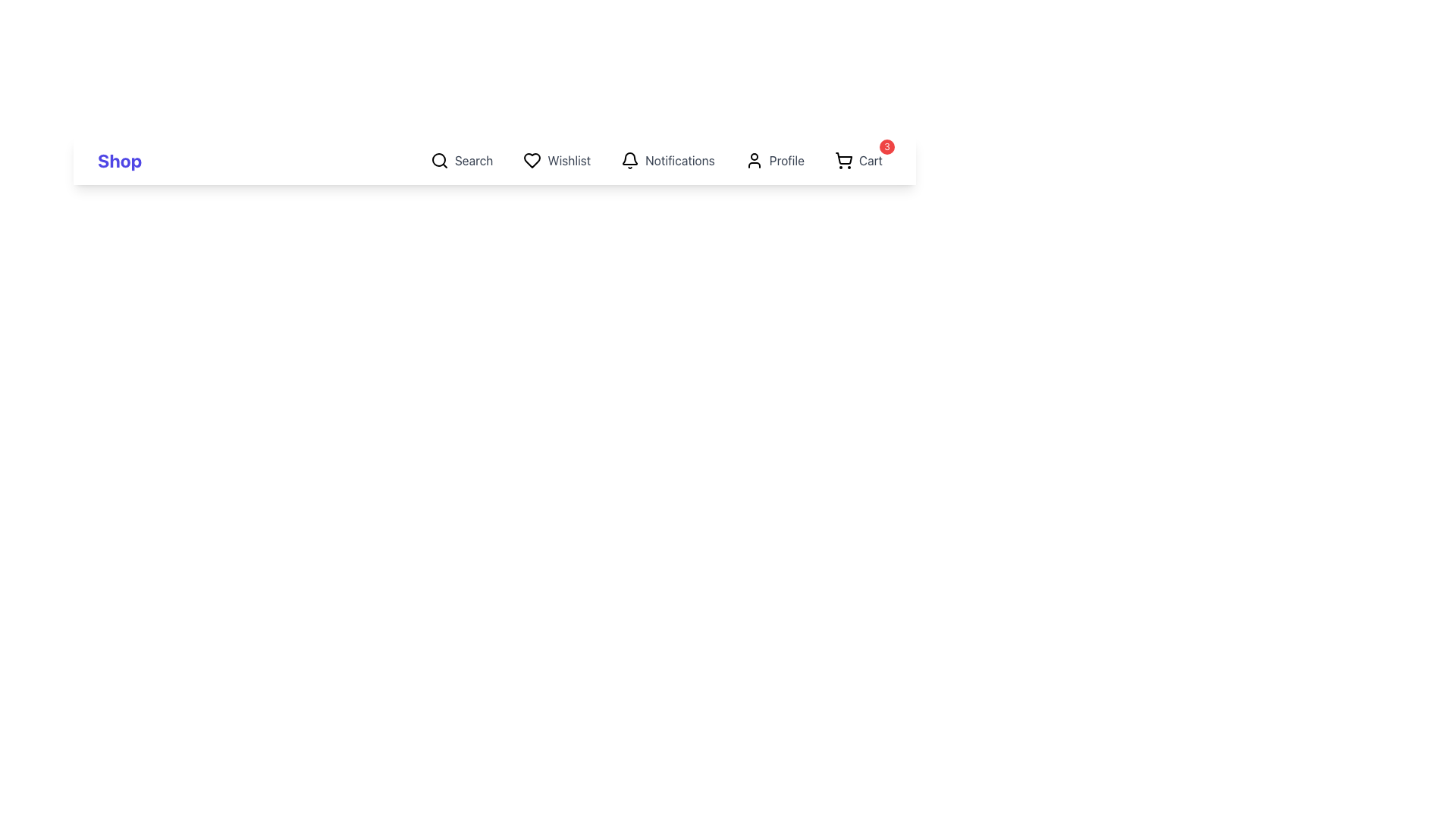 This screenshot has width=1456, height=819. Describe the element at coordinates (871, 161) in the screenshot. I see `the 'Cart' text label located on the right side of the toolbar` at that location.